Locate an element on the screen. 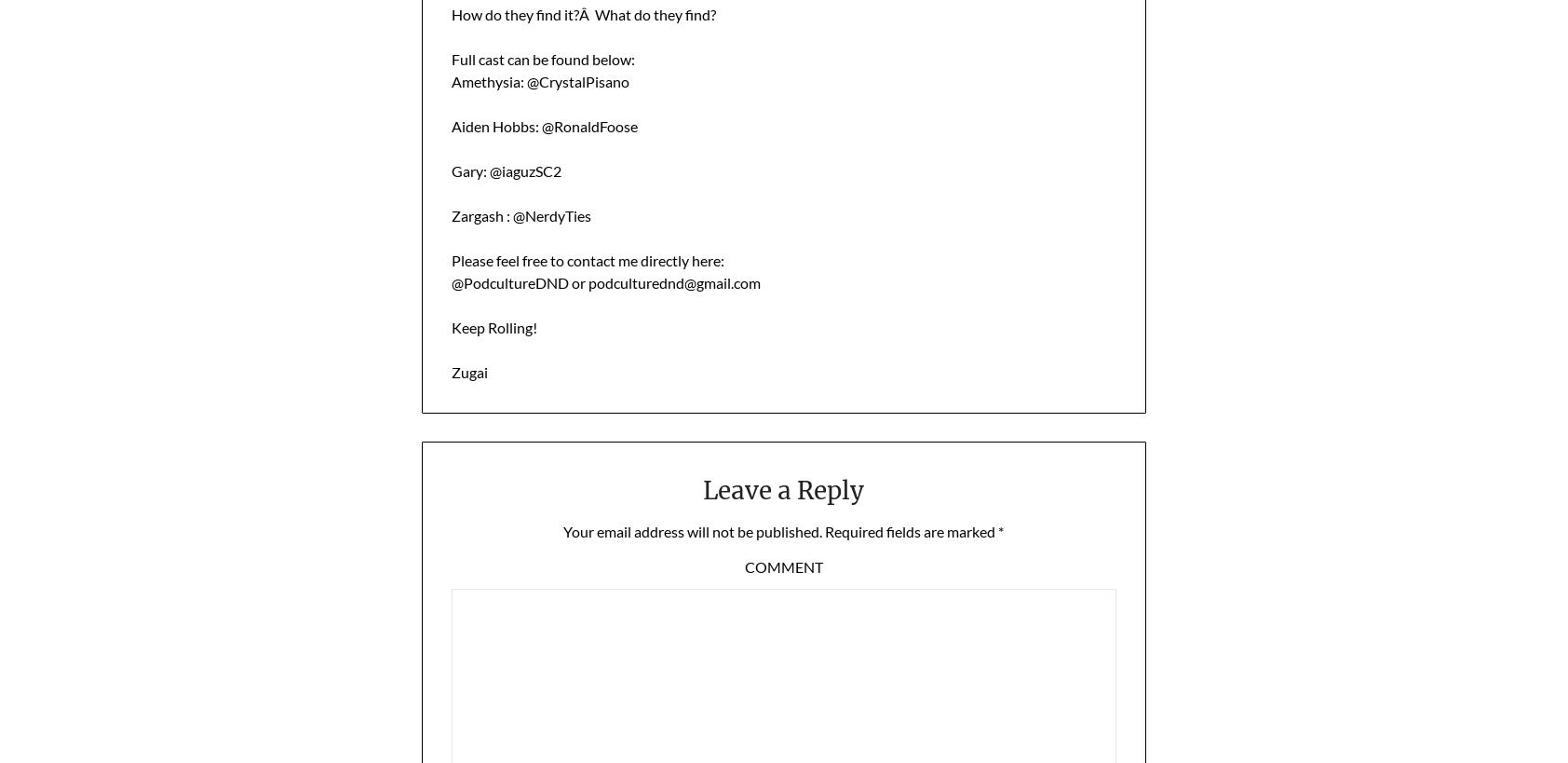  'Zugai' is located at coordinates (467, 370).